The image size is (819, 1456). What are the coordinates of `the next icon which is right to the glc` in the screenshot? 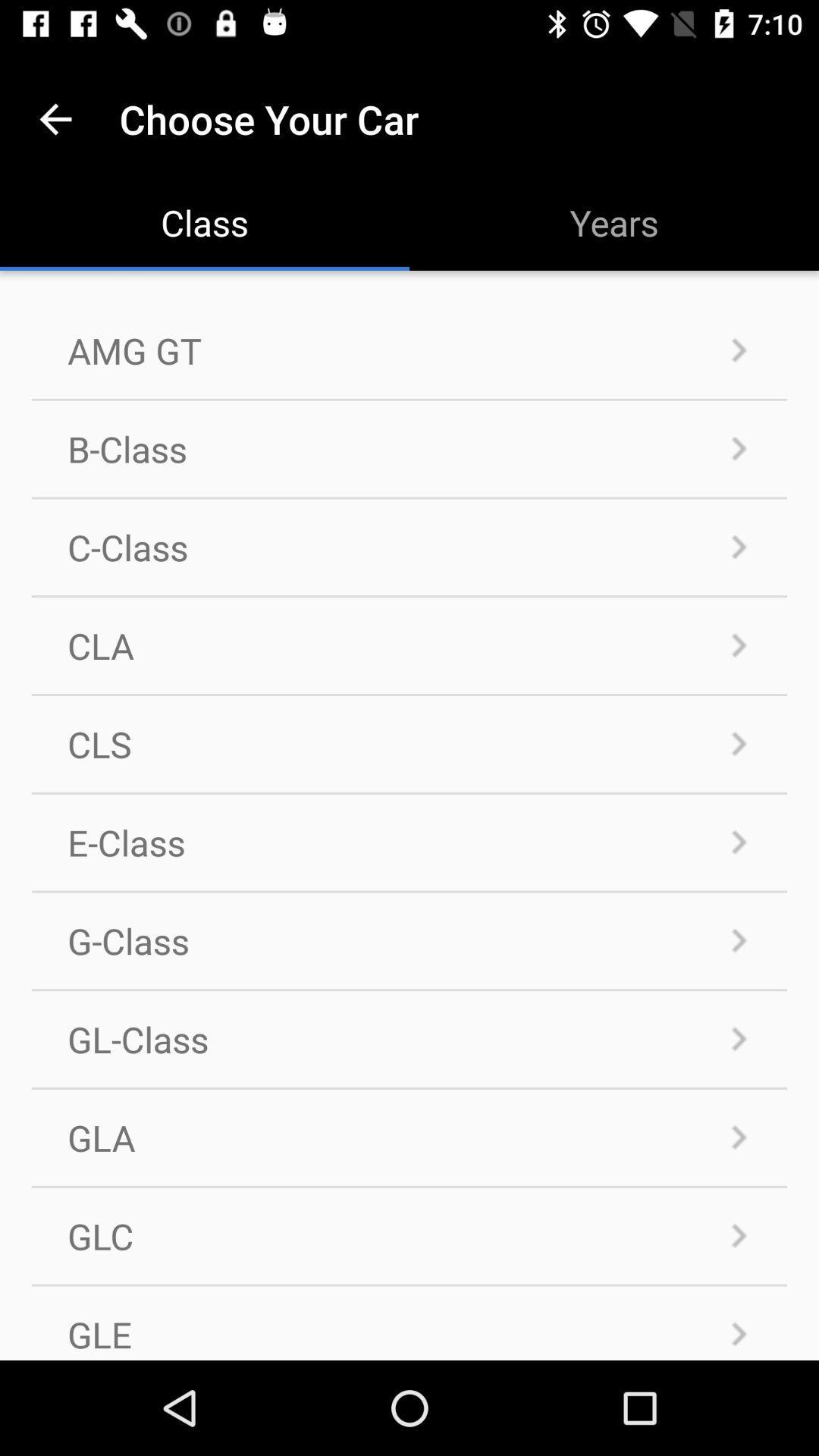 It's located at (739, 1236).